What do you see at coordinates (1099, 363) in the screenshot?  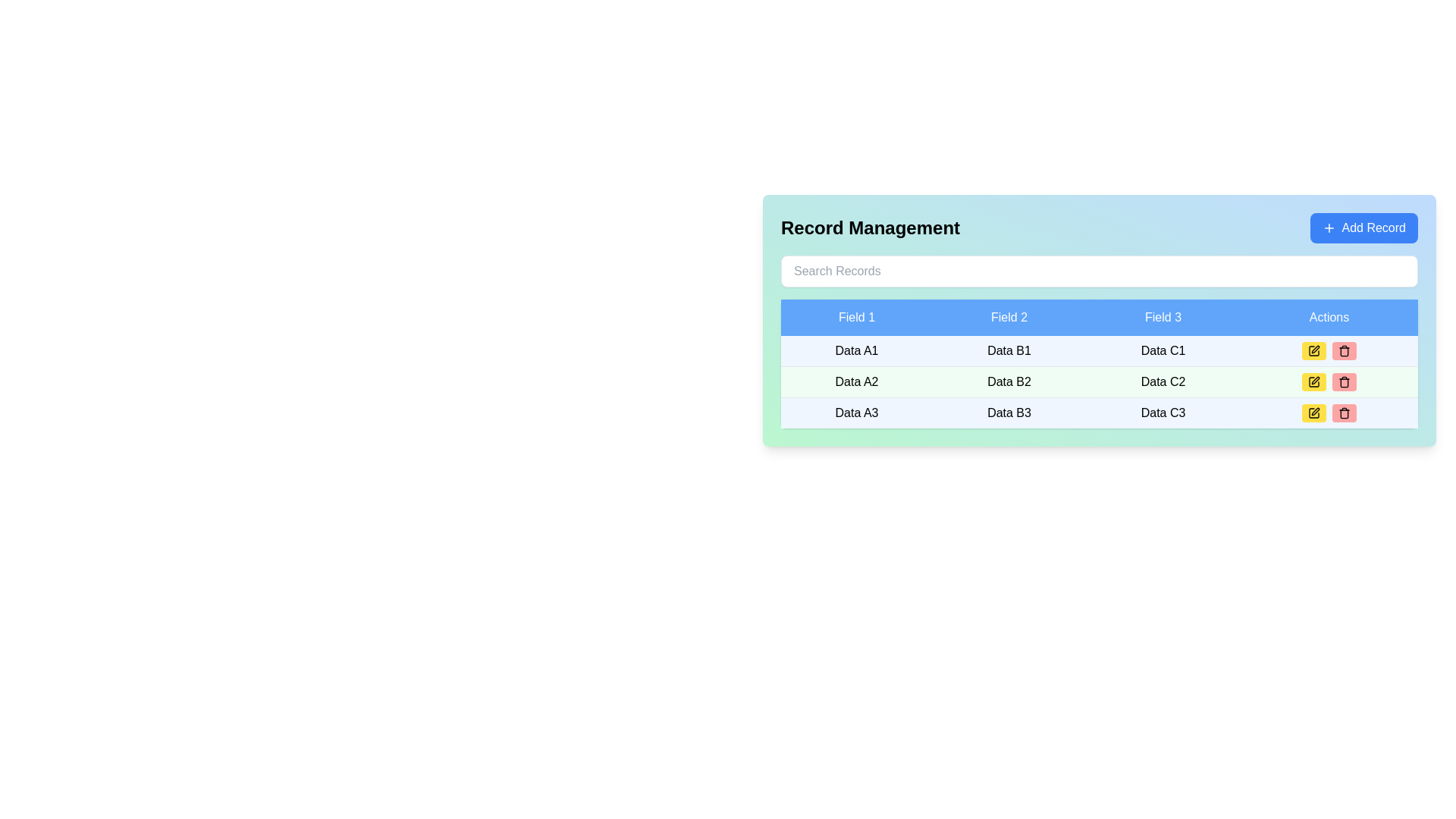 I see `the central area of the table located in the 'Record Management' section to analyze the displayed records` at bounding box center [1099, 363].